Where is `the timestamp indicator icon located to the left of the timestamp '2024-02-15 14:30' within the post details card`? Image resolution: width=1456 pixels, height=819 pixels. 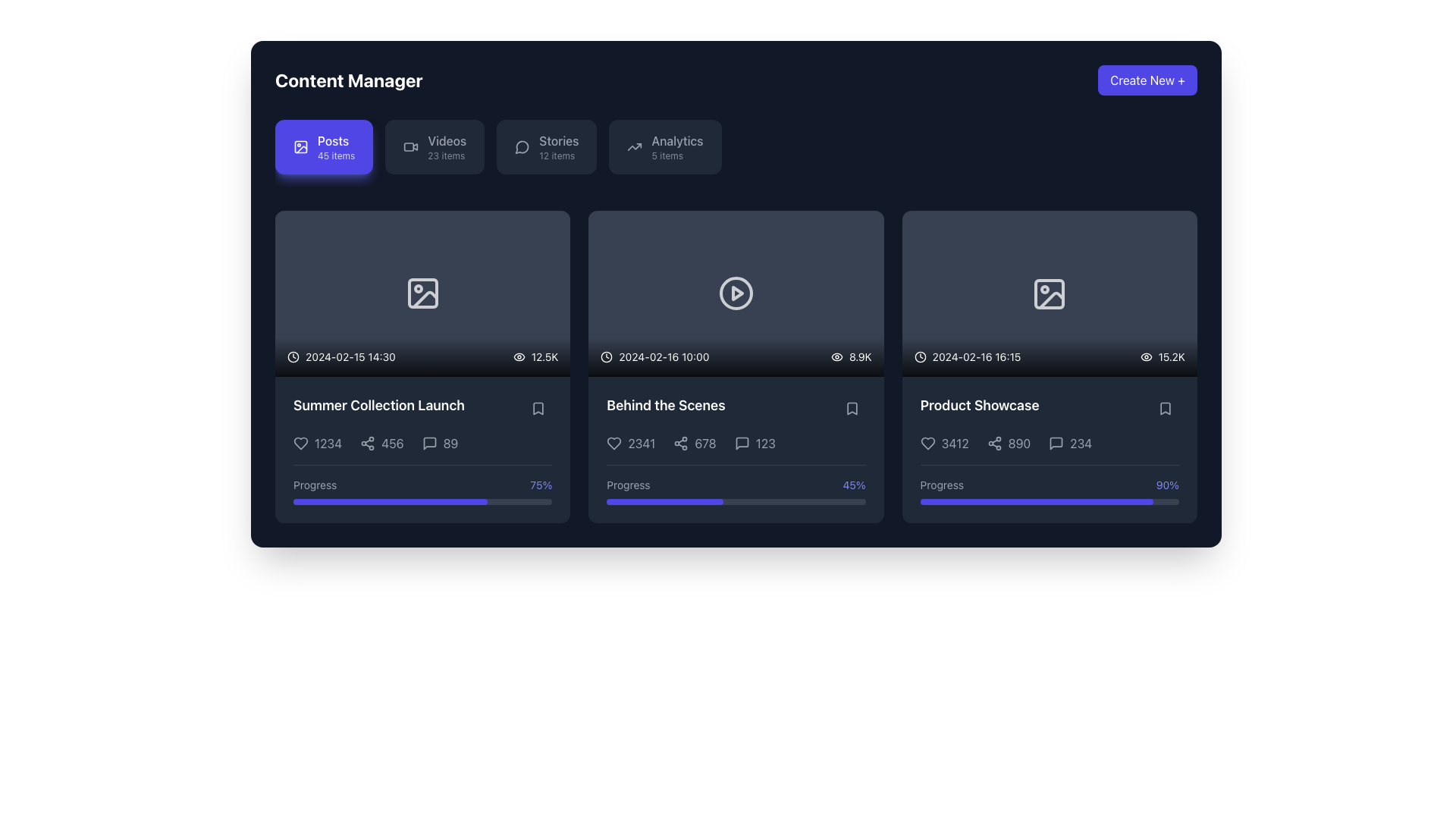
the timestamp indicator icon located to the left of the timestamp '2024-02-15 14:30' within the post details card is located at coordinates (293, 356).